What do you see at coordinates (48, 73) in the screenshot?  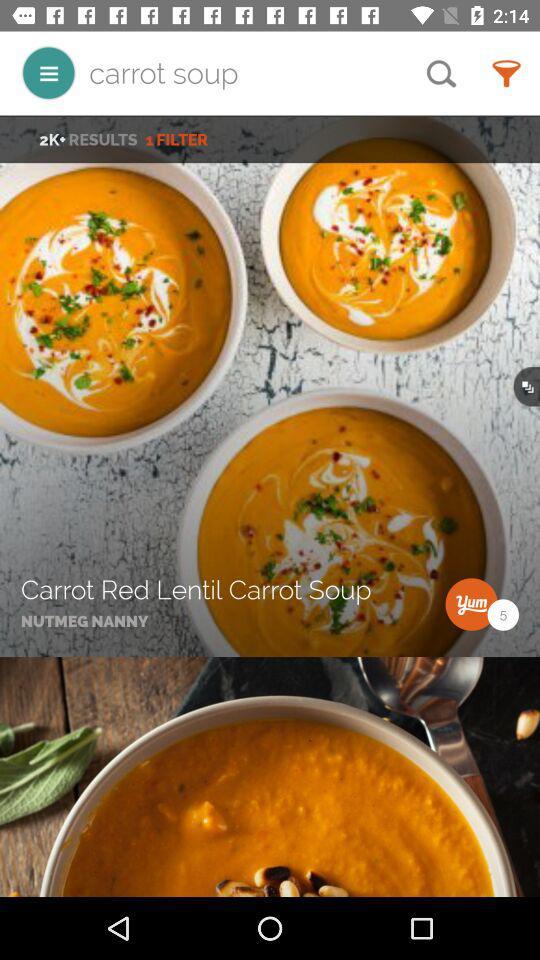 I see `item to the left of the carrot soup` at bounding box center [48, 73].